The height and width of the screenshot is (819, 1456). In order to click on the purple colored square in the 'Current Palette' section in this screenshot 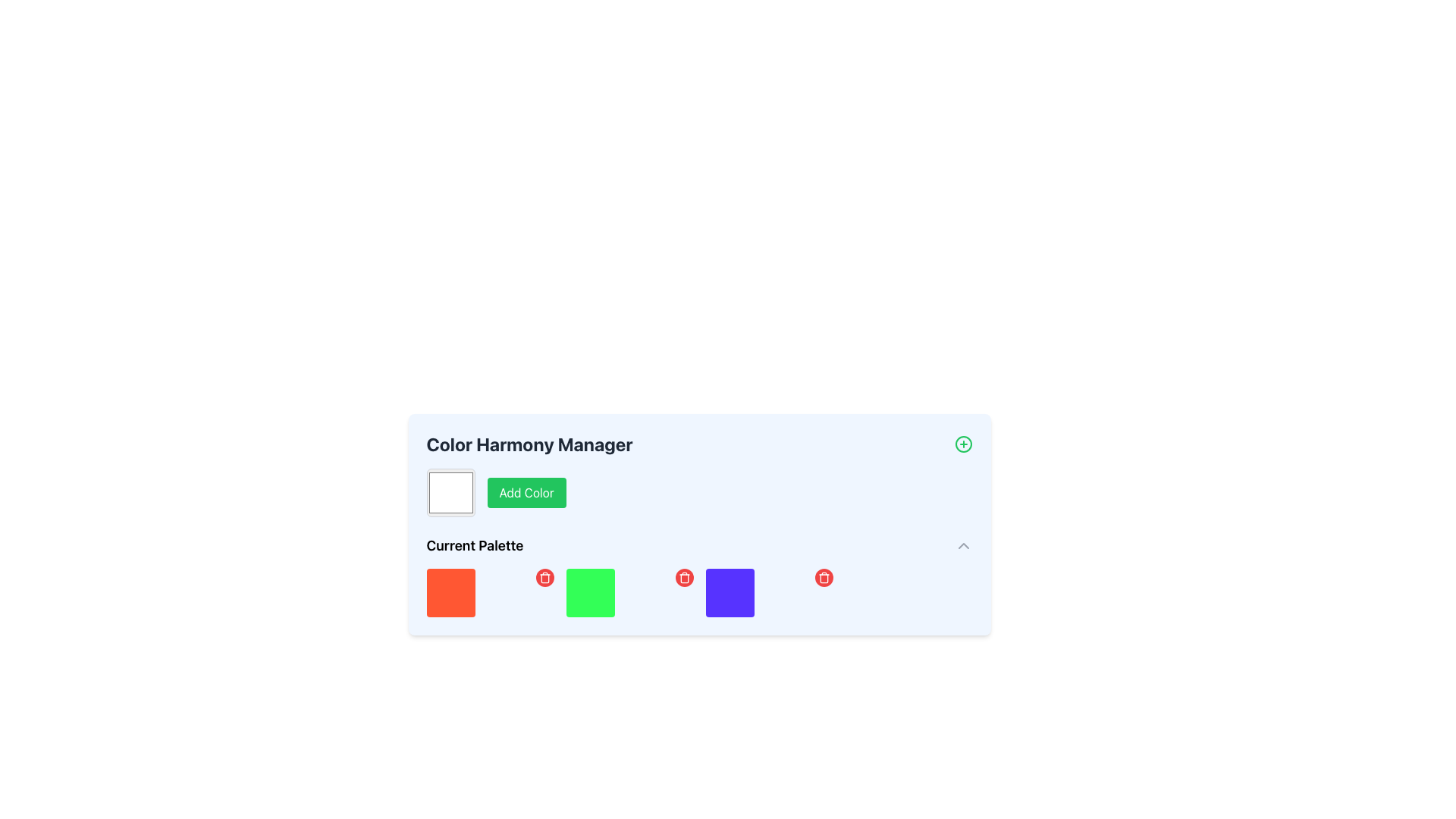, I will do `click(698, 576)`.